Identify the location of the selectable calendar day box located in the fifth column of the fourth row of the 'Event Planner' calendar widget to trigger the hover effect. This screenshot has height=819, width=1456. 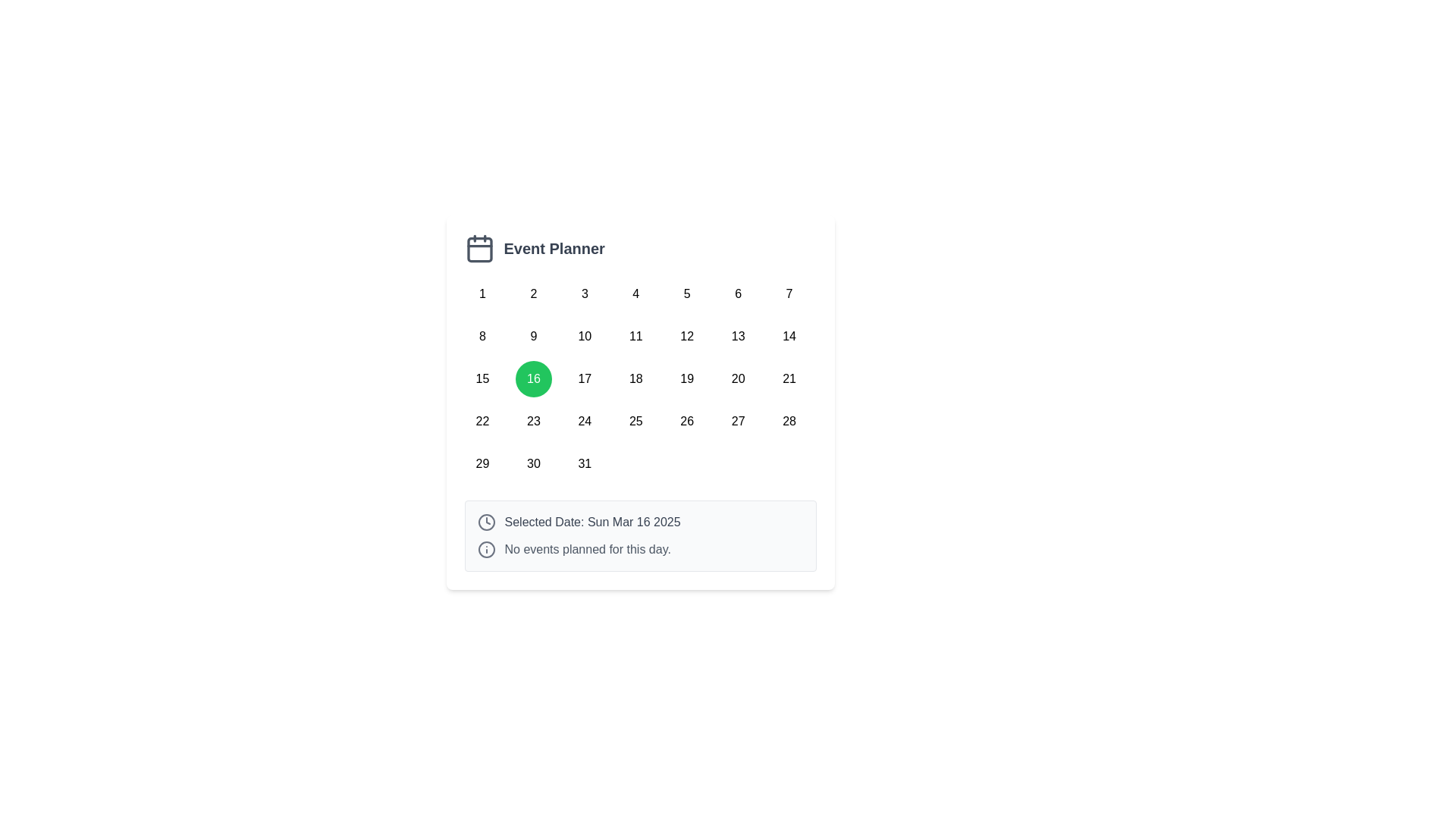
(686, 421).